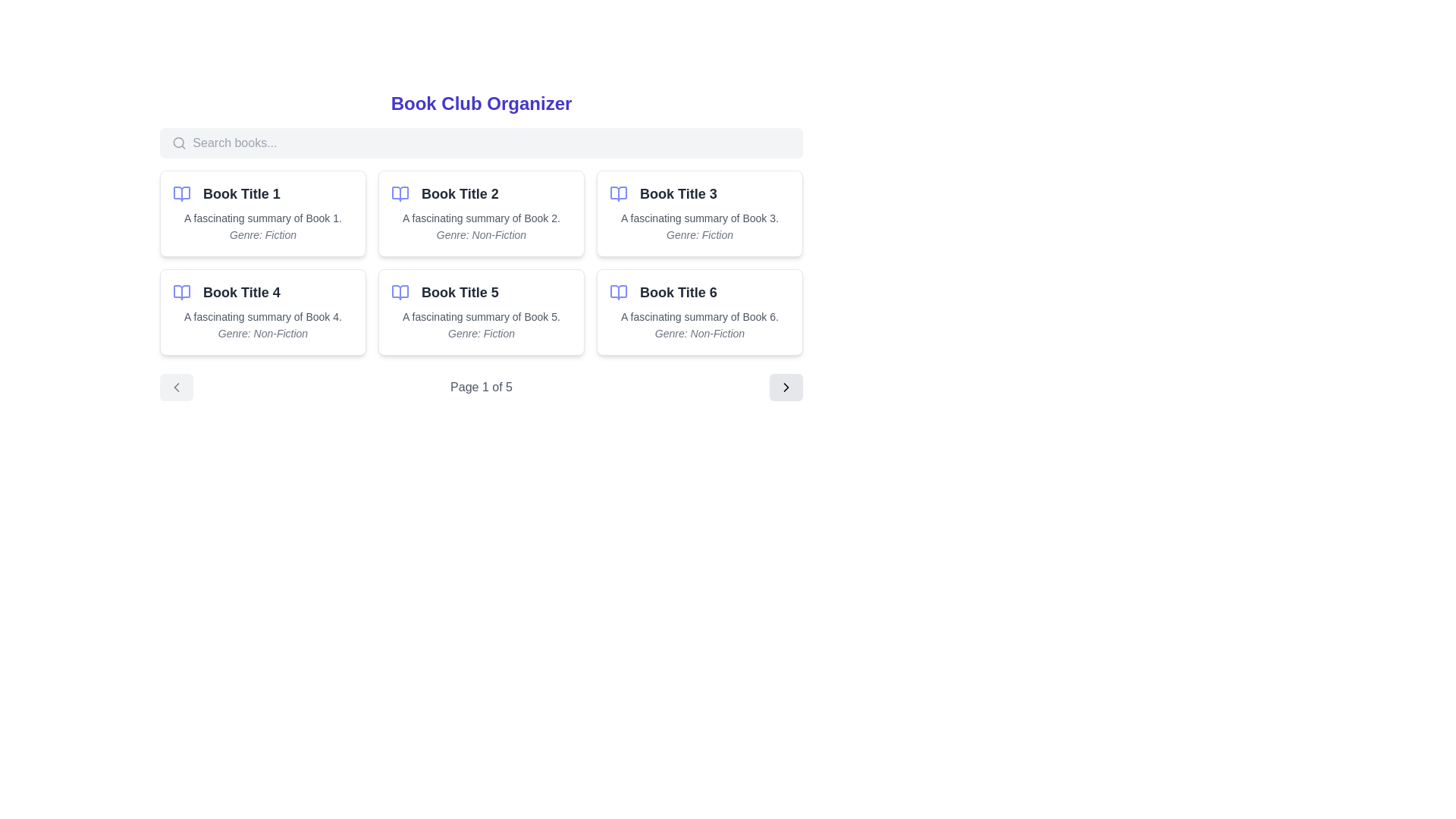 The width and height of the screenshot is (1456, 819). Describe the element at coordinates (182, 292) in the screenshot. I see `the book icon located to the left of the text 'Book Title 4' in the second row of the book list grid` at that location.